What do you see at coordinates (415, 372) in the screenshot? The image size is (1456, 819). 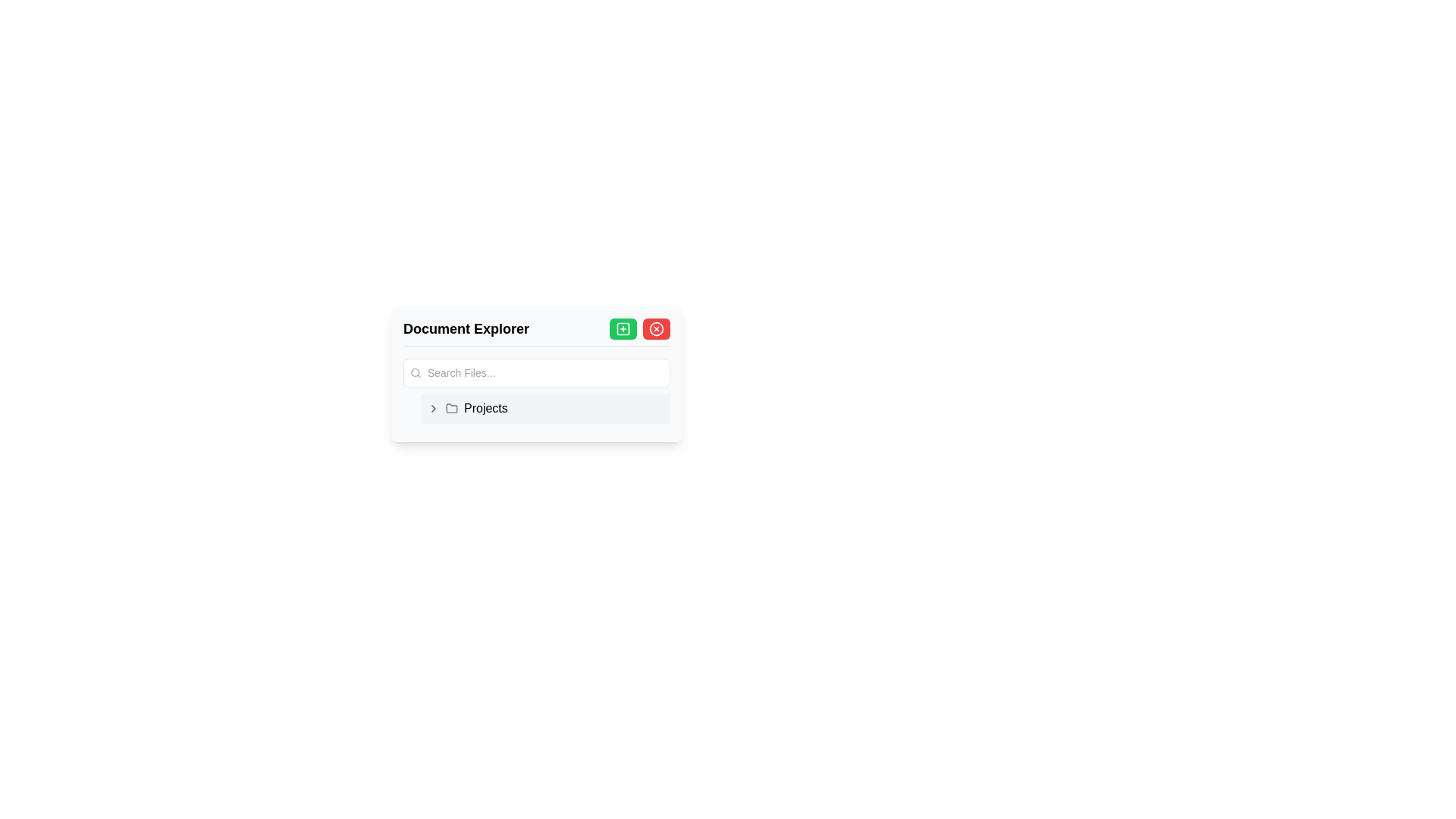 I see `the circular search icon element within the SVG that represents the search functionality, located towards the left of the 'Search Files...' input box` at bounding box center [415, 372].